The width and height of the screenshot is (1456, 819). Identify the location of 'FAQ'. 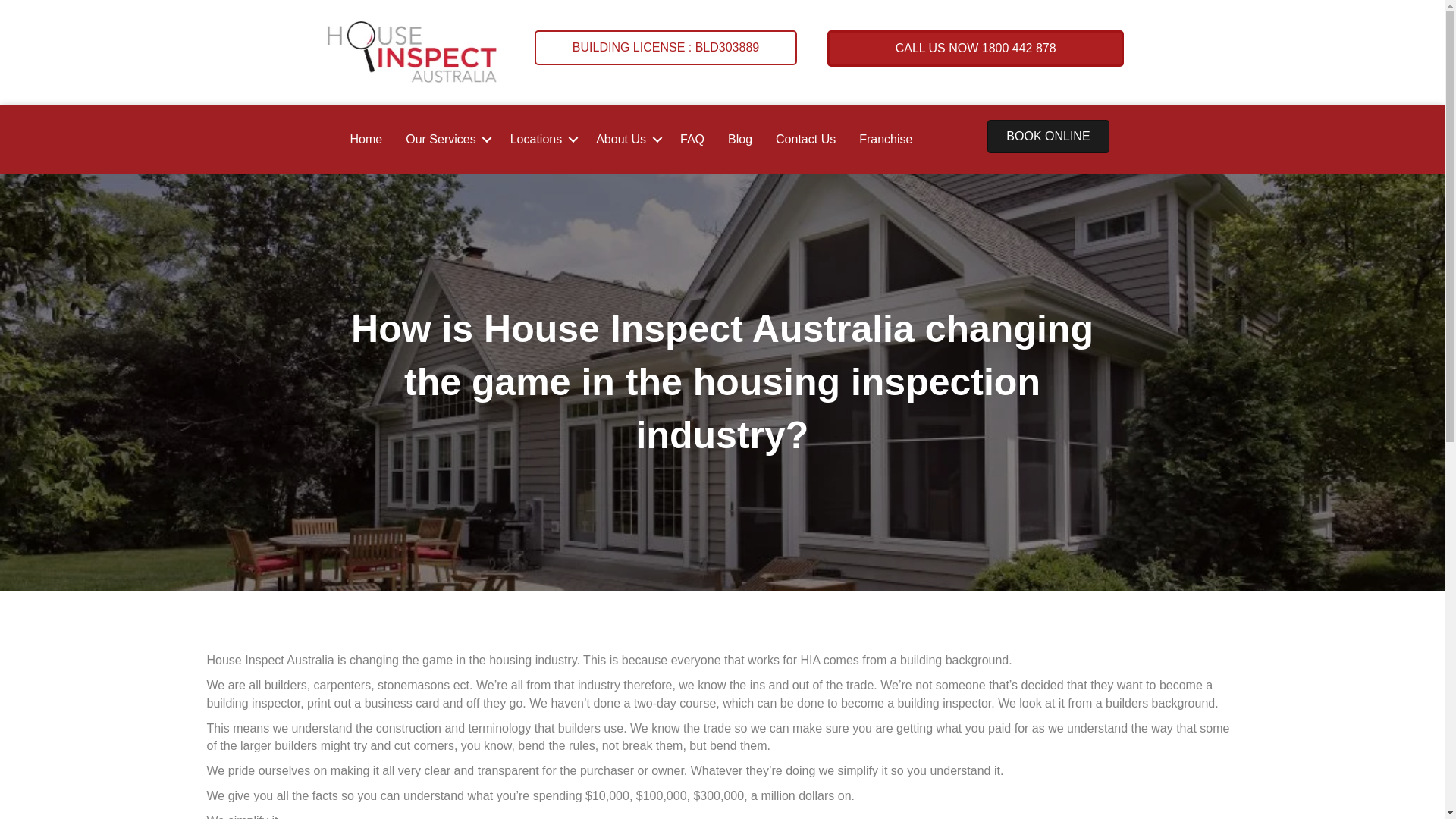
(691, 139).